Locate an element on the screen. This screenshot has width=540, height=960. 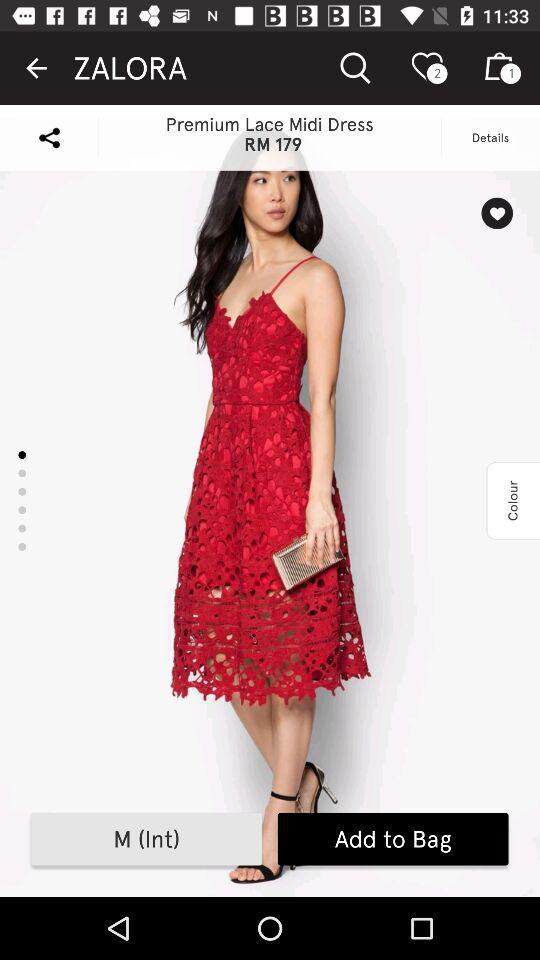
add to bag icon is located at coordinates (393, 839).